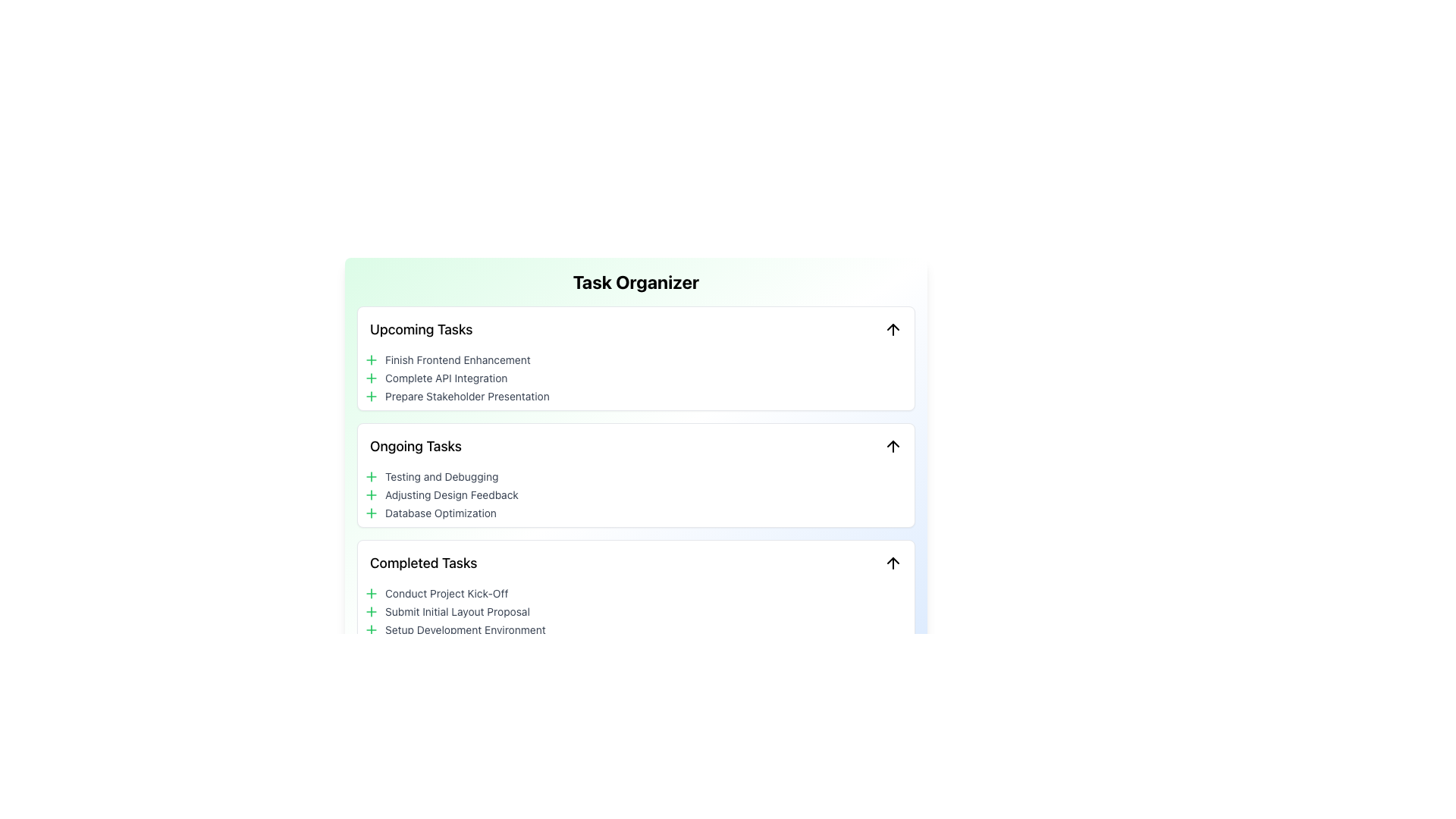 Image resolution: width=1456 pixels, height=819 pixels. What do you see at coordinates (371, 610) in the screenshot?
I see `the icon button located to the left of the 'Submit Initial Layout Proposal' text within the 'Completed Tasks' section` at bounding box center [371, 610].